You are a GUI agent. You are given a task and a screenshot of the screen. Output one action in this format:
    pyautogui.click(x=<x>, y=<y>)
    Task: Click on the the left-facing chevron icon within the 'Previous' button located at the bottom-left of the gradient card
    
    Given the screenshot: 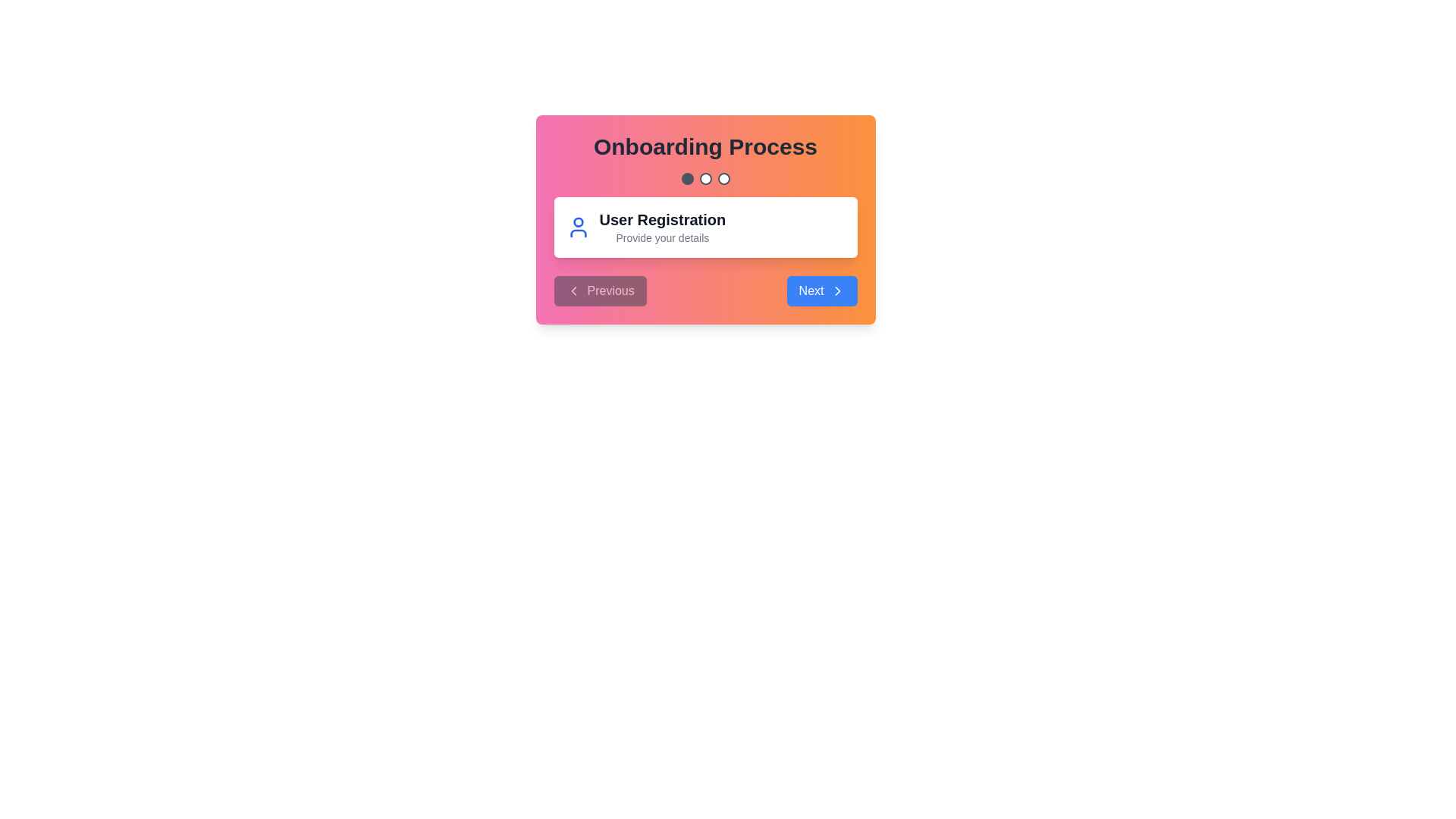 What is the action you would take?
    pyautogui.click(x=573, y=291)
    